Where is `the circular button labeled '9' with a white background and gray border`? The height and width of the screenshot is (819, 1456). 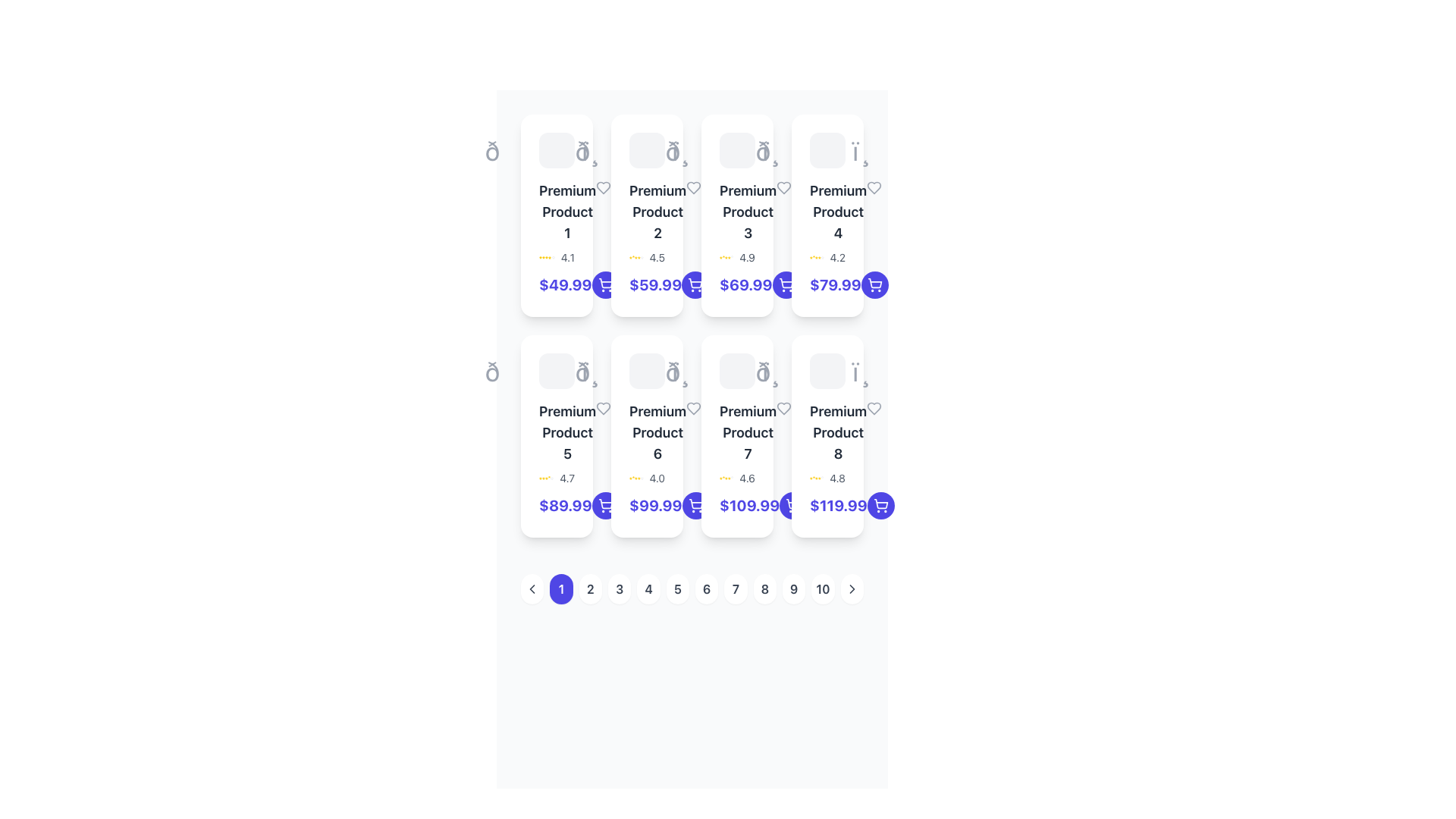 the circular button labeled '9' with a white background and gray border is located at coordinates (793, 588).